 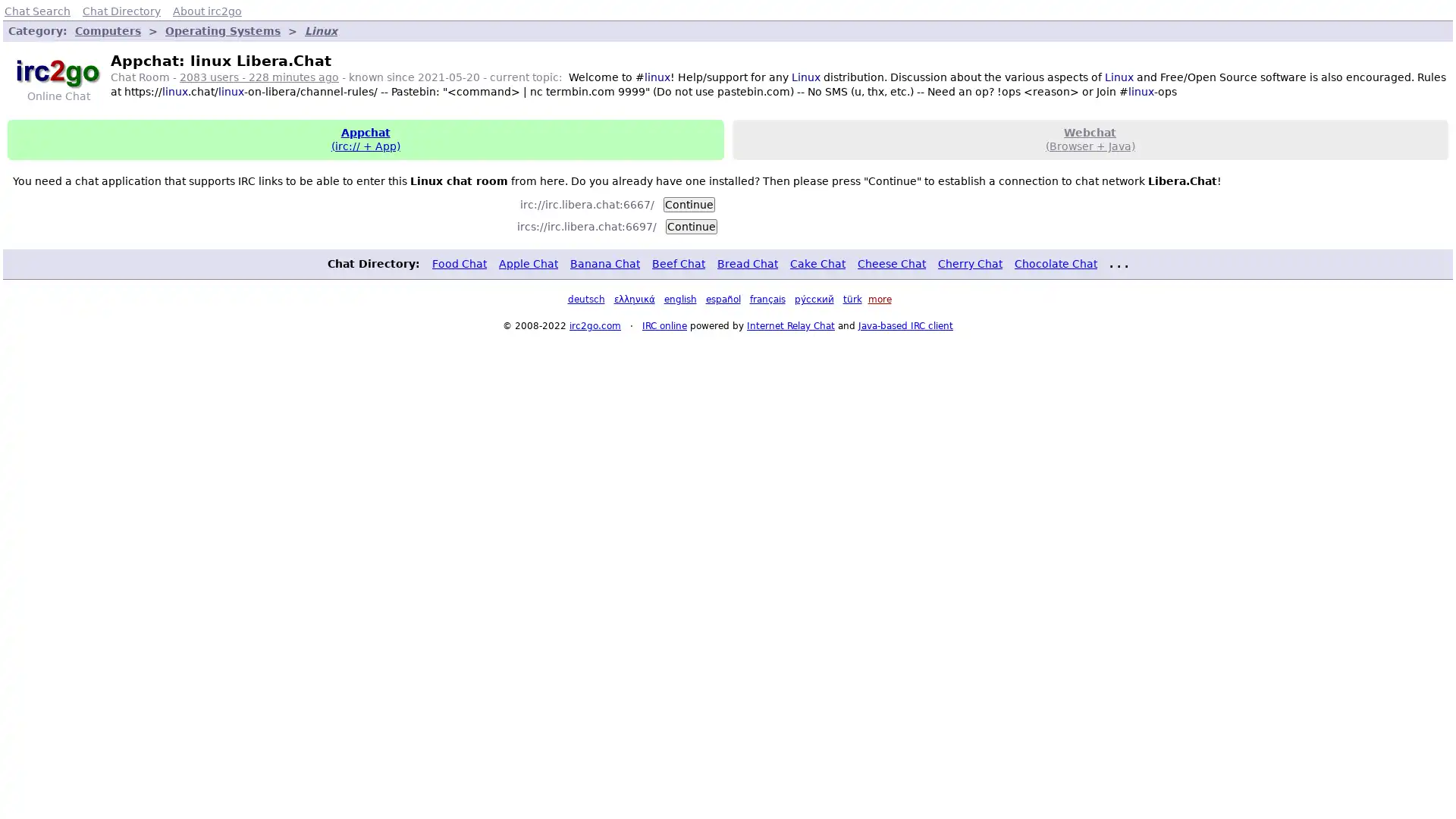 I want to click on Continue, so click(x=691, y=225).